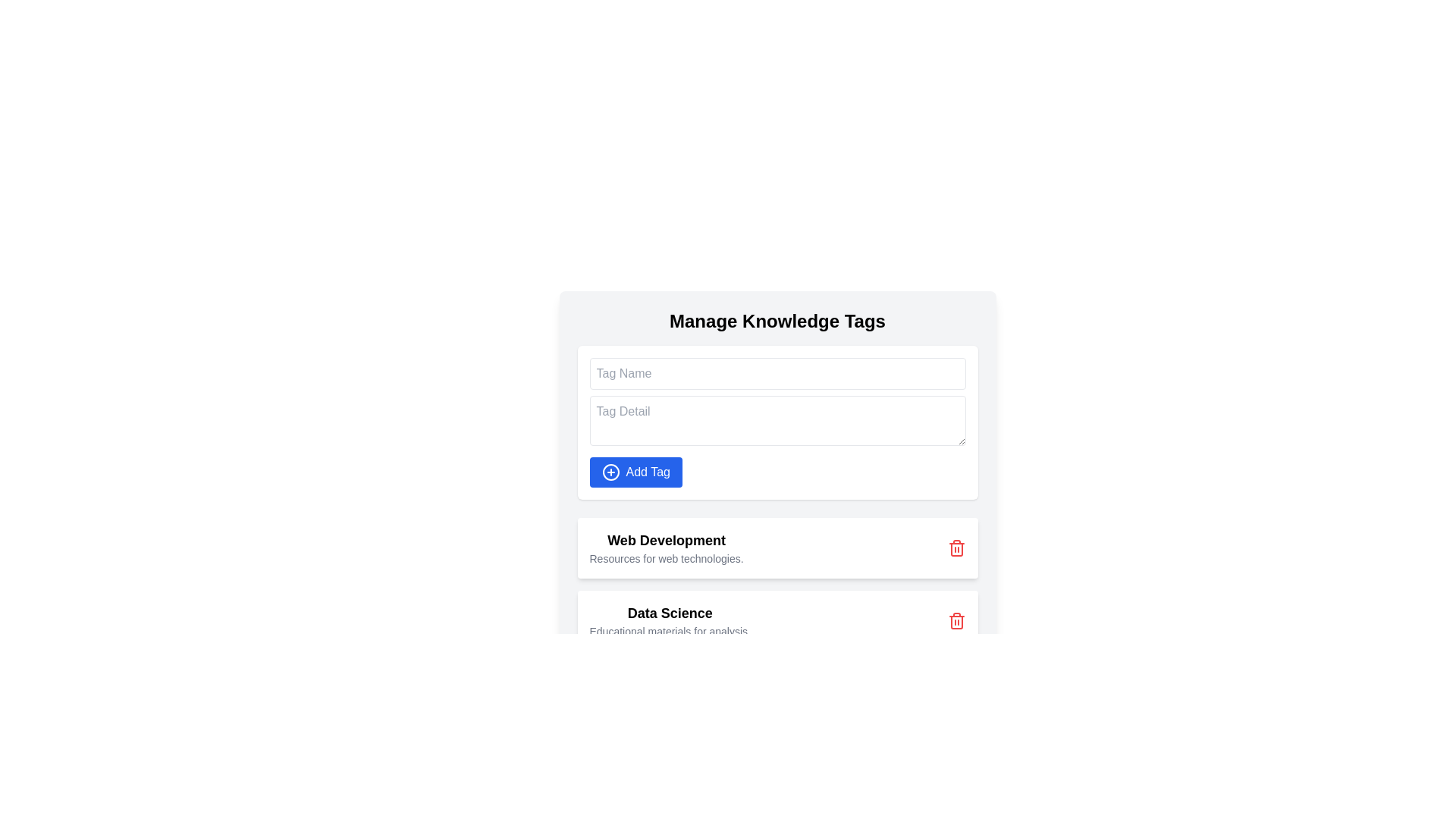 This screenshot has height=819, width=1456. I want to click on the composite element containing the title 'Web Development' and description 'Resources for web technologies', so click(666, 548).